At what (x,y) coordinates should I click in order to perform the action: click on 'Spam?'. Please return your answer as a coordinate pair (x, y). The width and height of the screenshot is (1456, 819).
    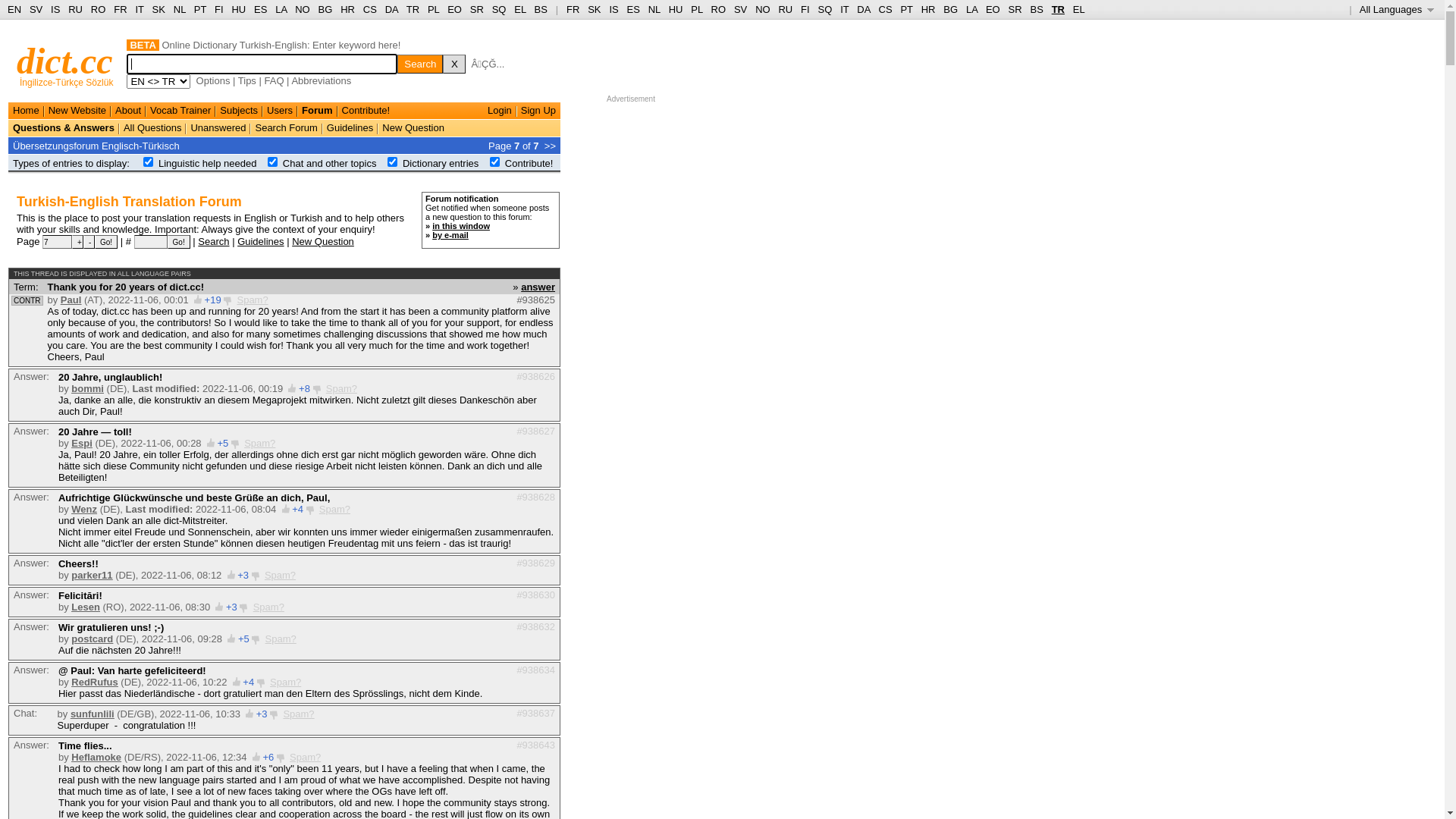
    Looking at the image, I should click on (252, 300).